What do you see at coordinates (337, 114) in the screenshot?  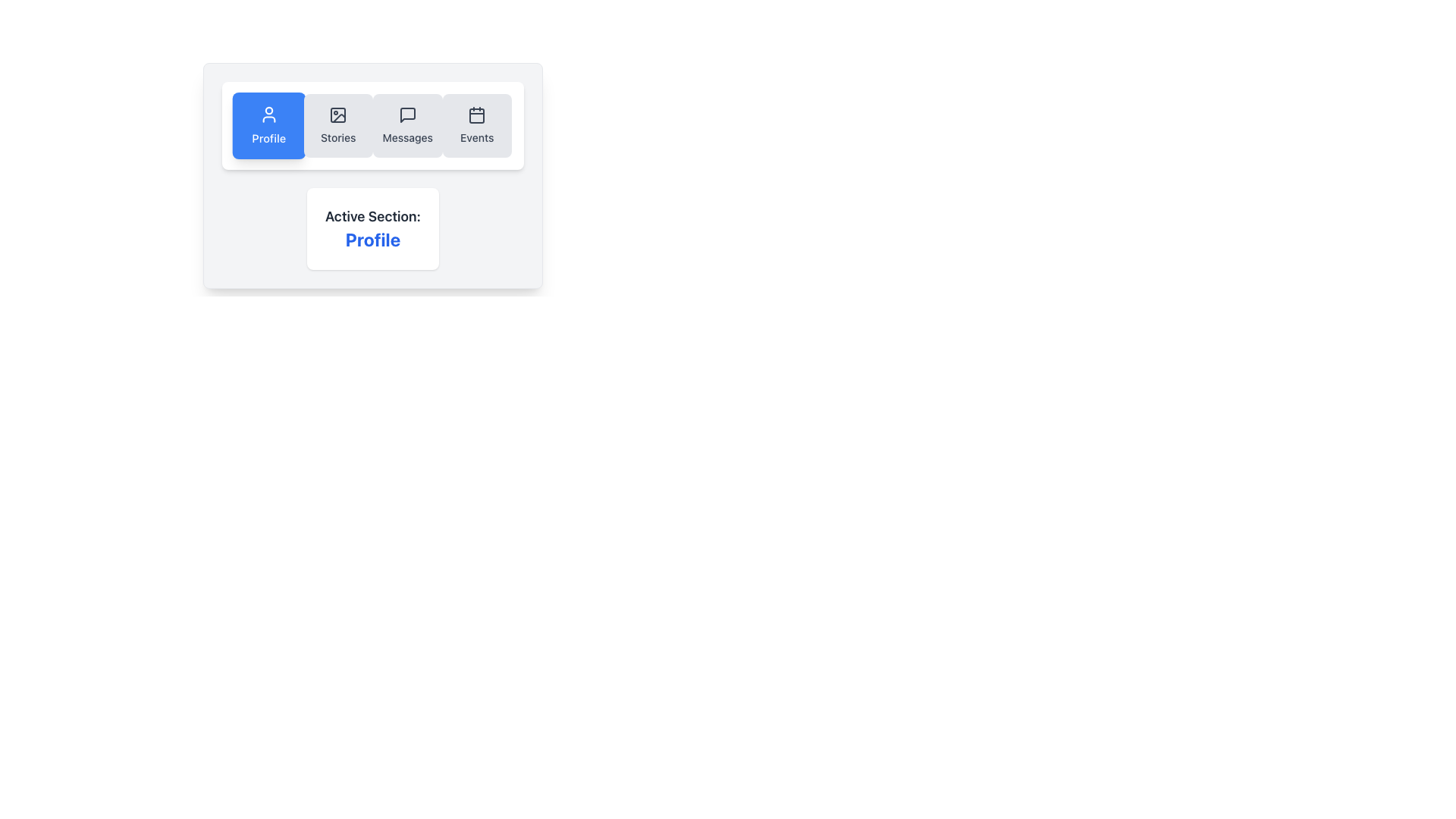 I see `the rectangular background element within the SVG graphic of the navigation bar, which is styled with rounded corners and serves as a structural background element` at bounding box center [337, 114].